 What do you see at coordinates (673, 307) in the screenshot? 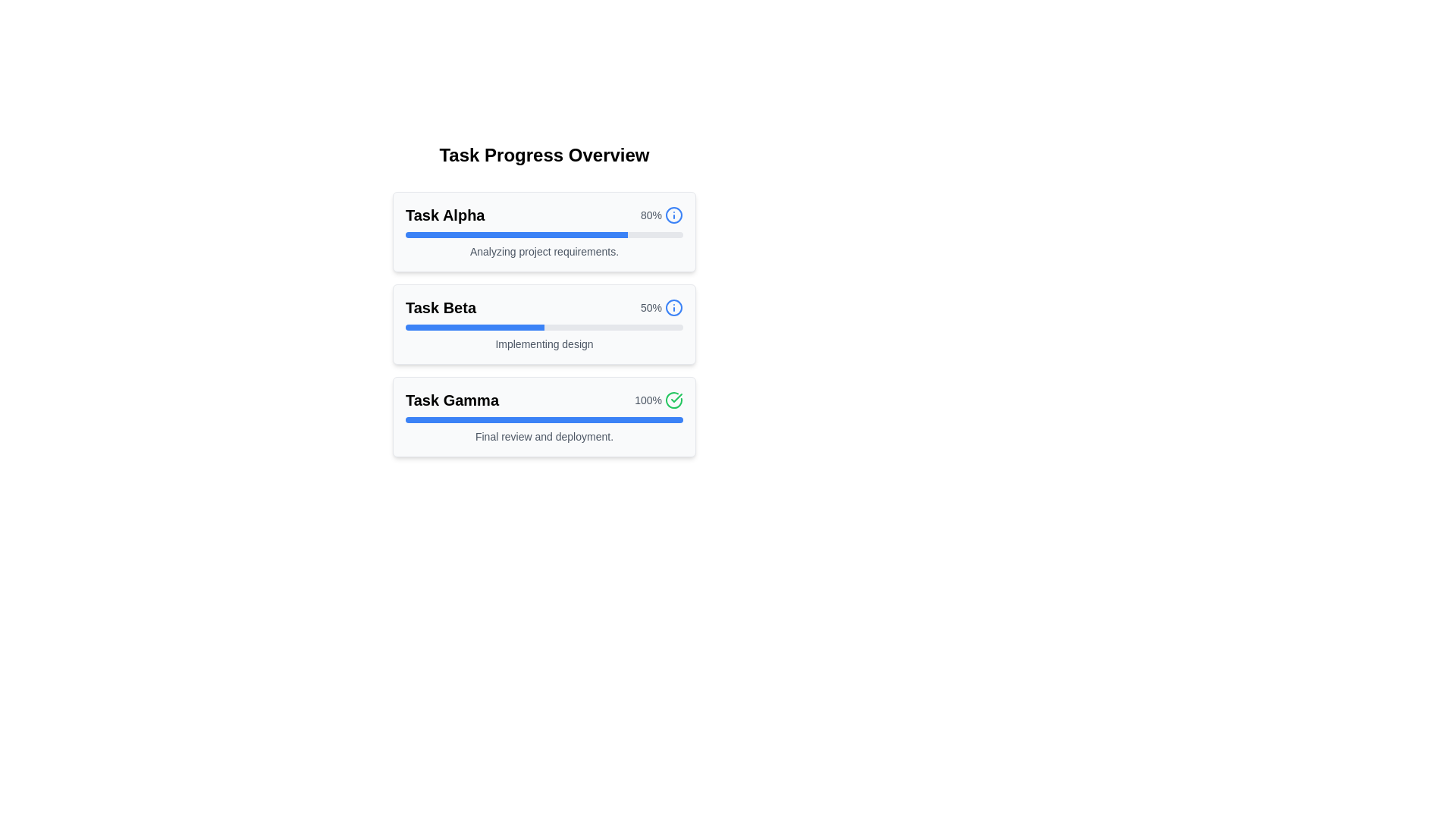
I see `the status indicator icon located at the top-right corner of the 'Task Beta' panel` at bounding box center [673, 307].